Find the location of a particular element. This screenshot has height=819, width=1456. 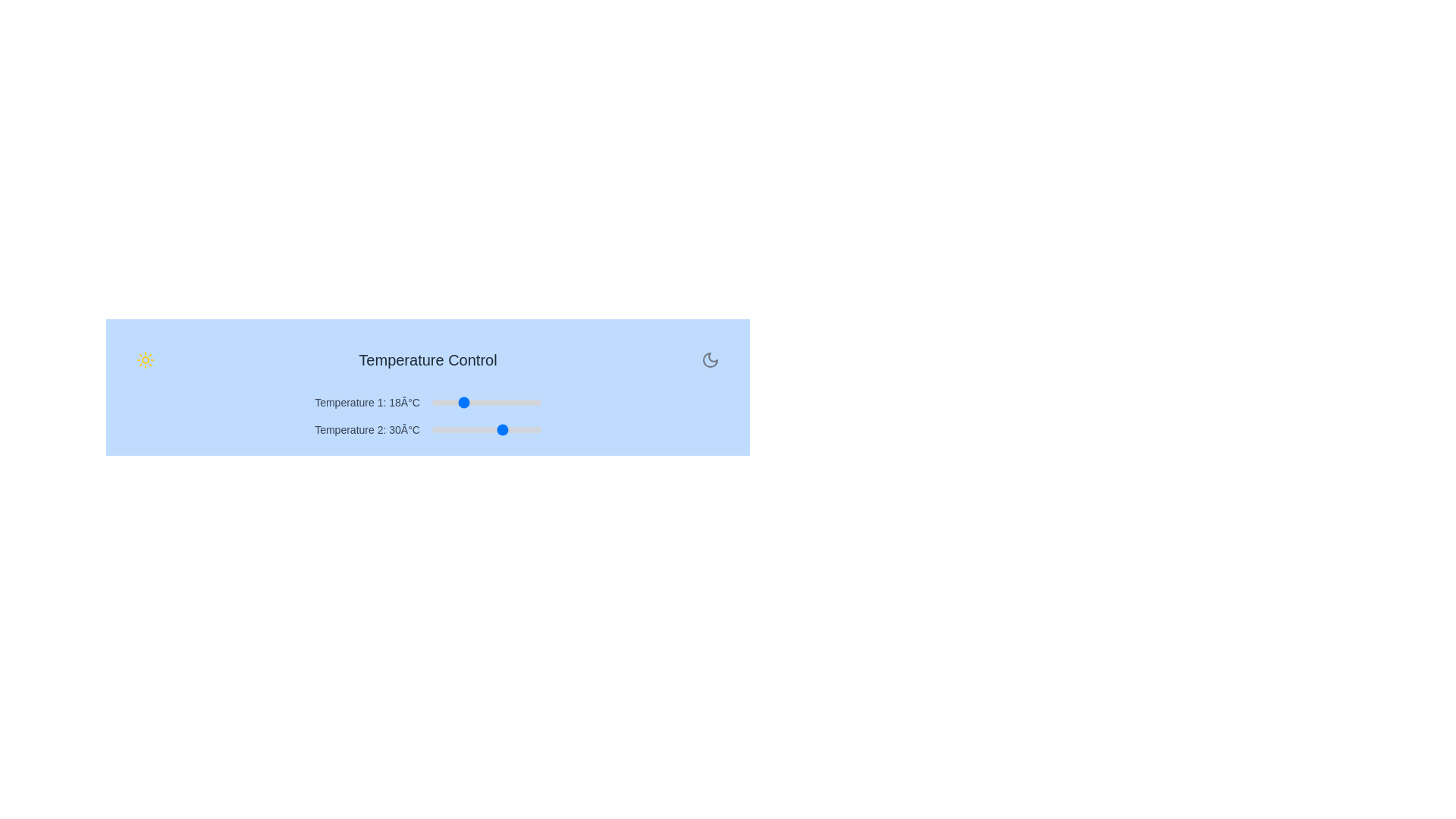

the temperature slider is located at coordinates (530, 430).